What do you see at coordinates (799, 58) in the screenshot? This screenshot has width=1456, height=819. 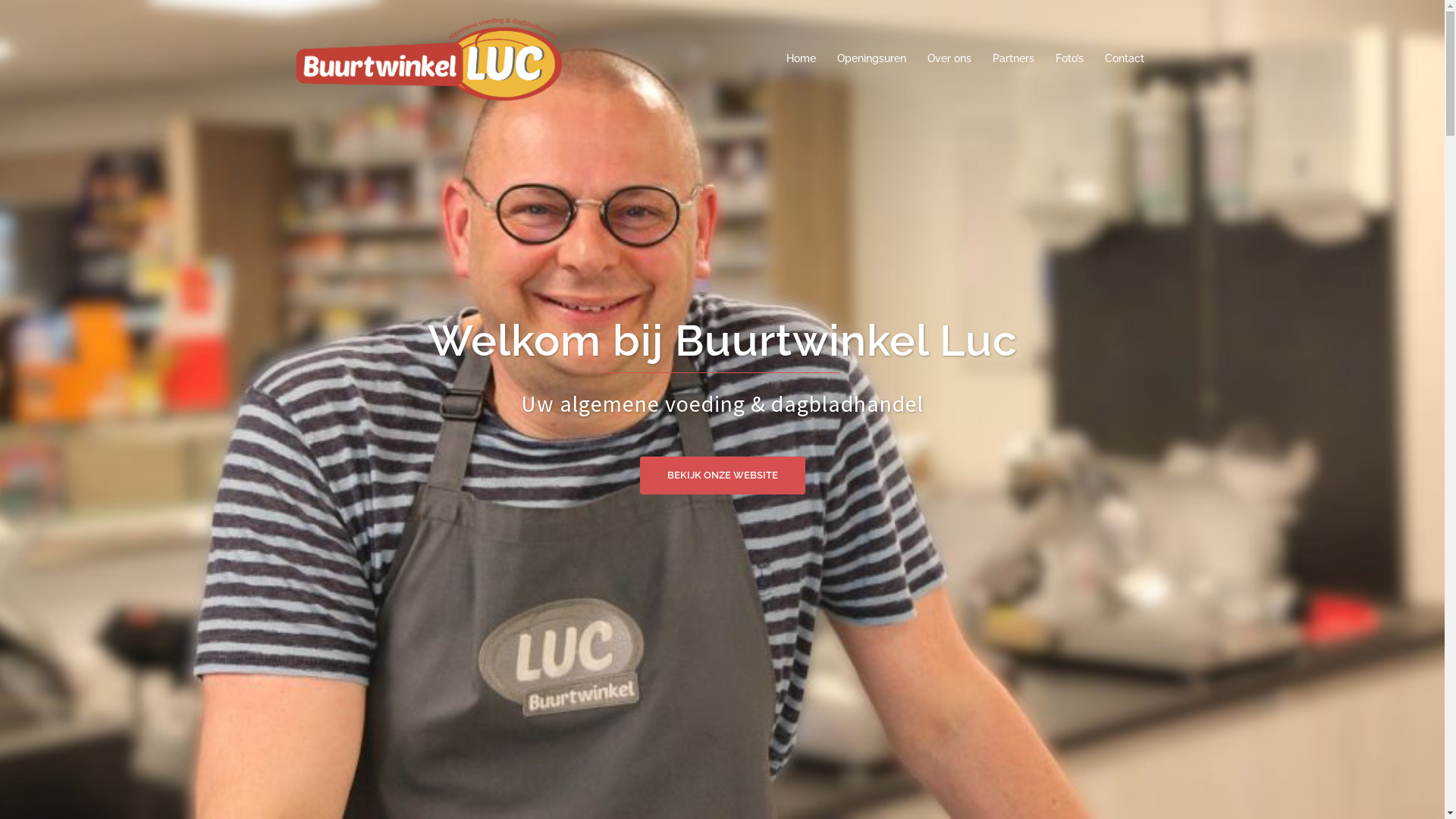 I see `'Home'` at bounding box center [799, 58].